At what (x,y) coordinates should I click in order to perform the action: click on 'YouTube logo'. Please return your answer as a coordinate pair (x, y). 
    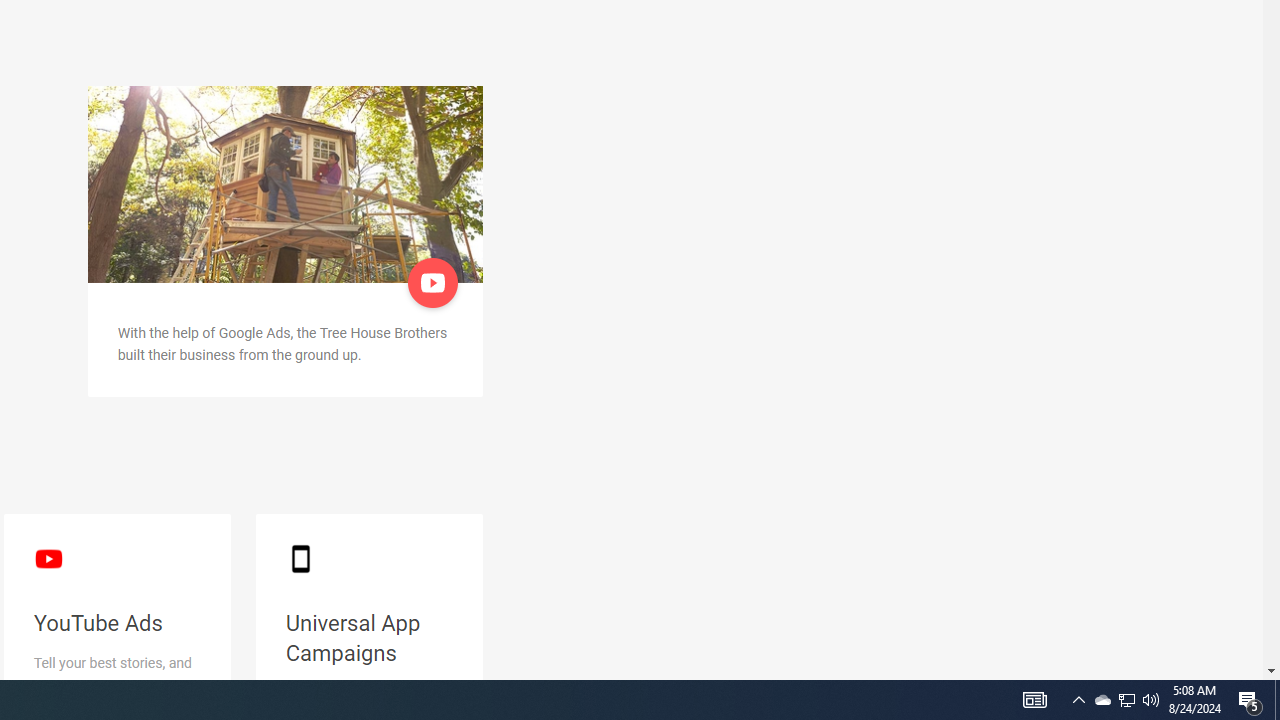
    Looking at the image, I should click on (48, 559).